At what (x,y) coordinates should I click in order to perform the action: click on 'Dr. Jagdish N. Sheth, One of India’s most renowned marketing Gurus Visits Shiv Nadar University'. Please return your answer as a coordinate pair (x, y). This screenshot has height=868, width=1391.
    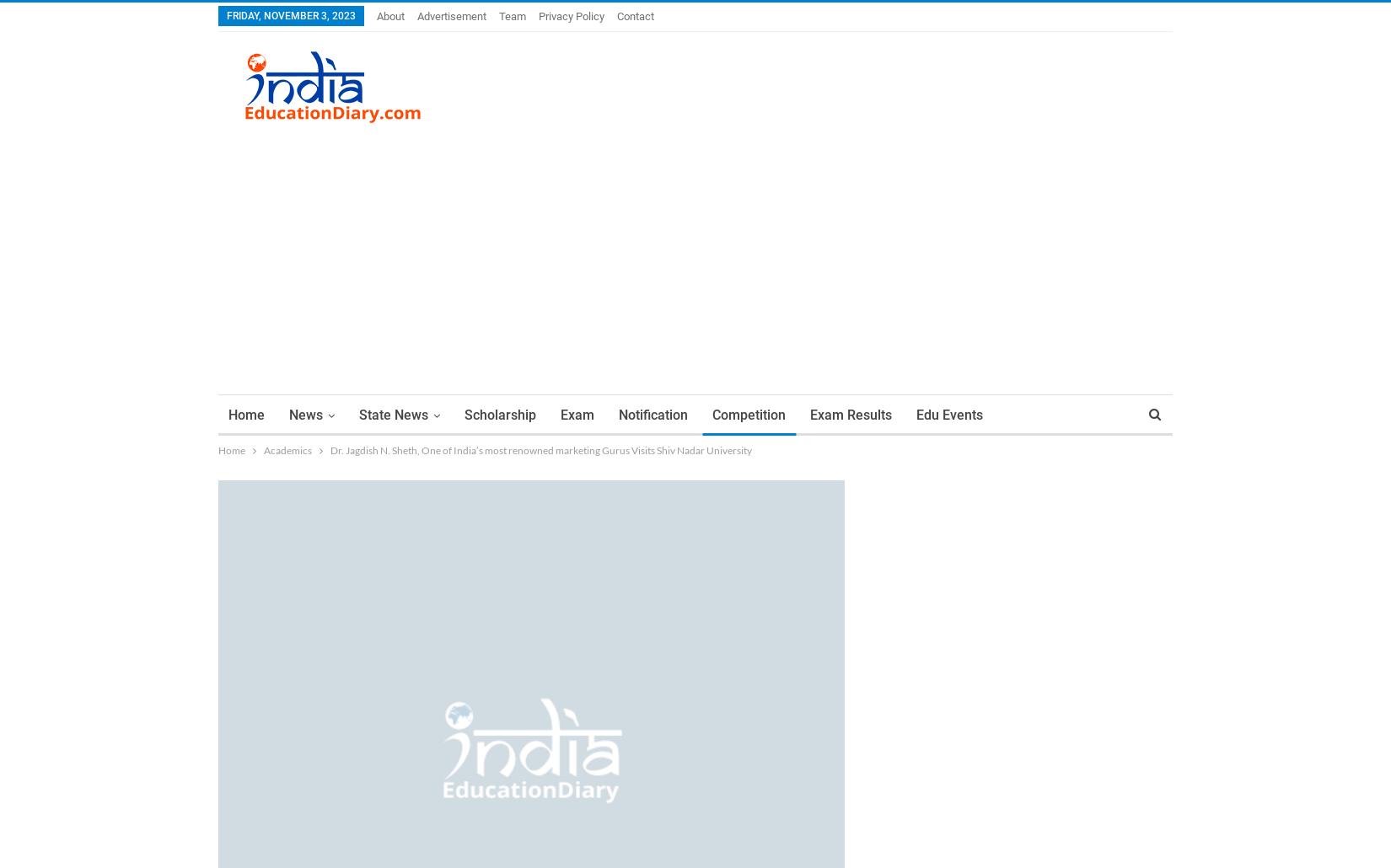
    Looking at the image, I should click on (540, 450).